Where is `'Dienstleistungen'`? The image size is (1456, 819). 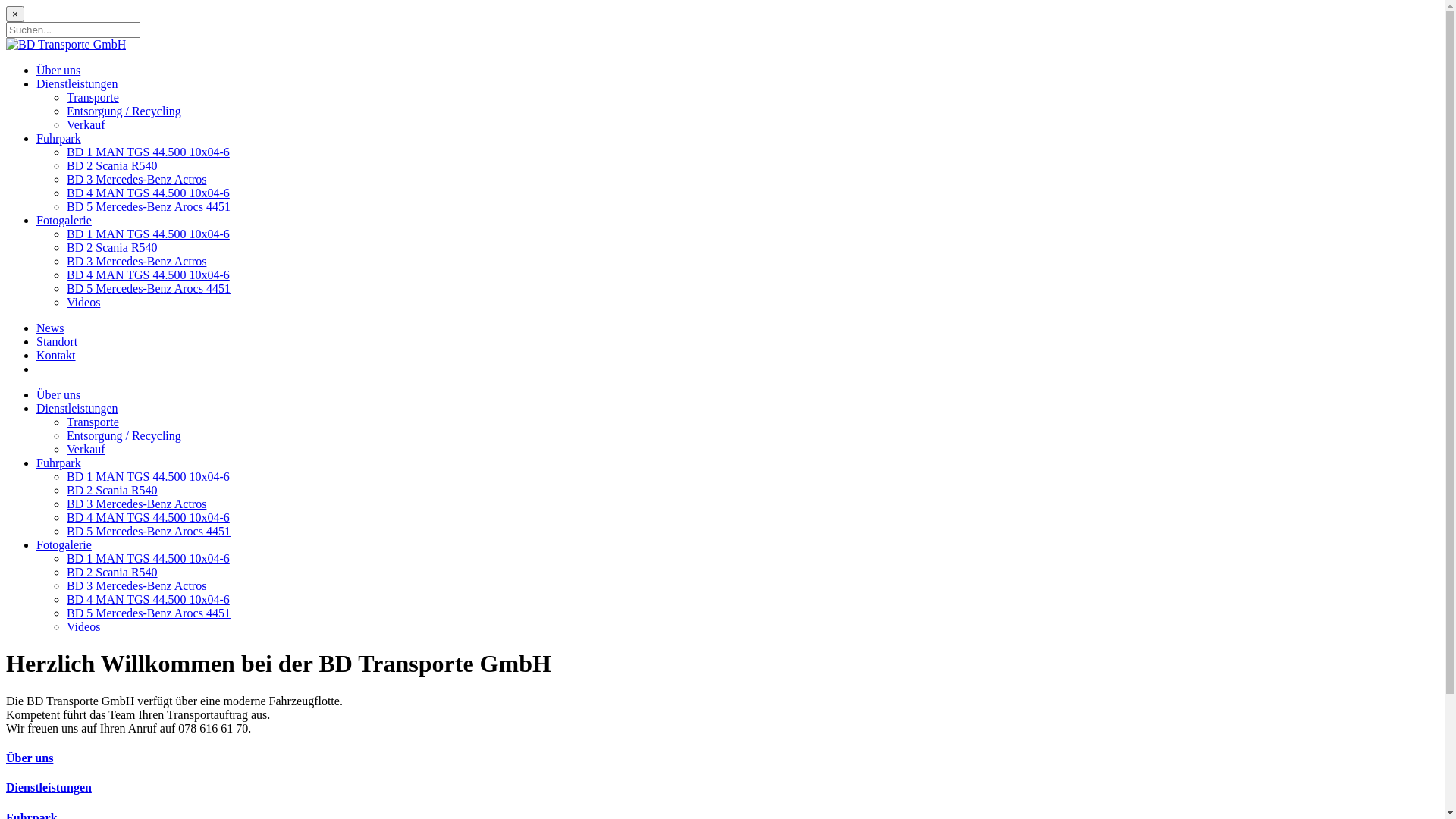 'Dienstleistungen' is located at coordinates (721, 786).